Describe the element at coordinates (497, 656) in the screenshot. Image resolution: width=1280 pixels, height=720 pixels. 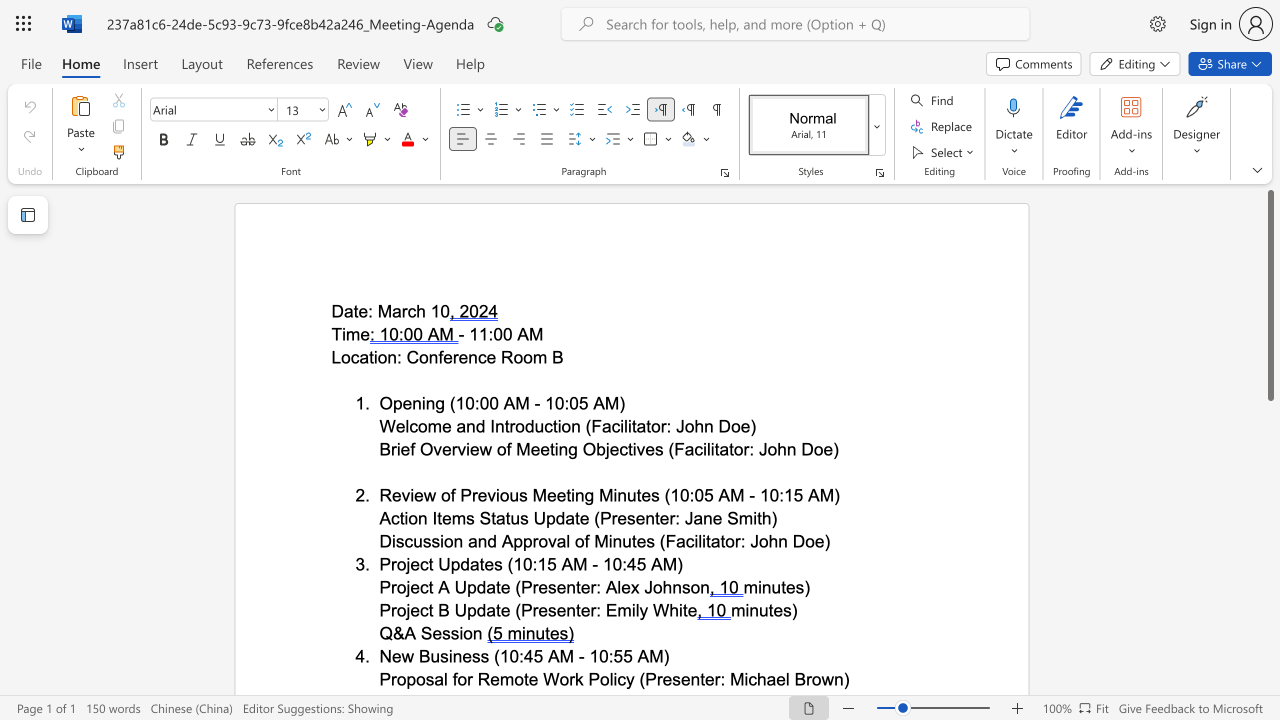
I see `the 1th character "(" in the text` at that location.